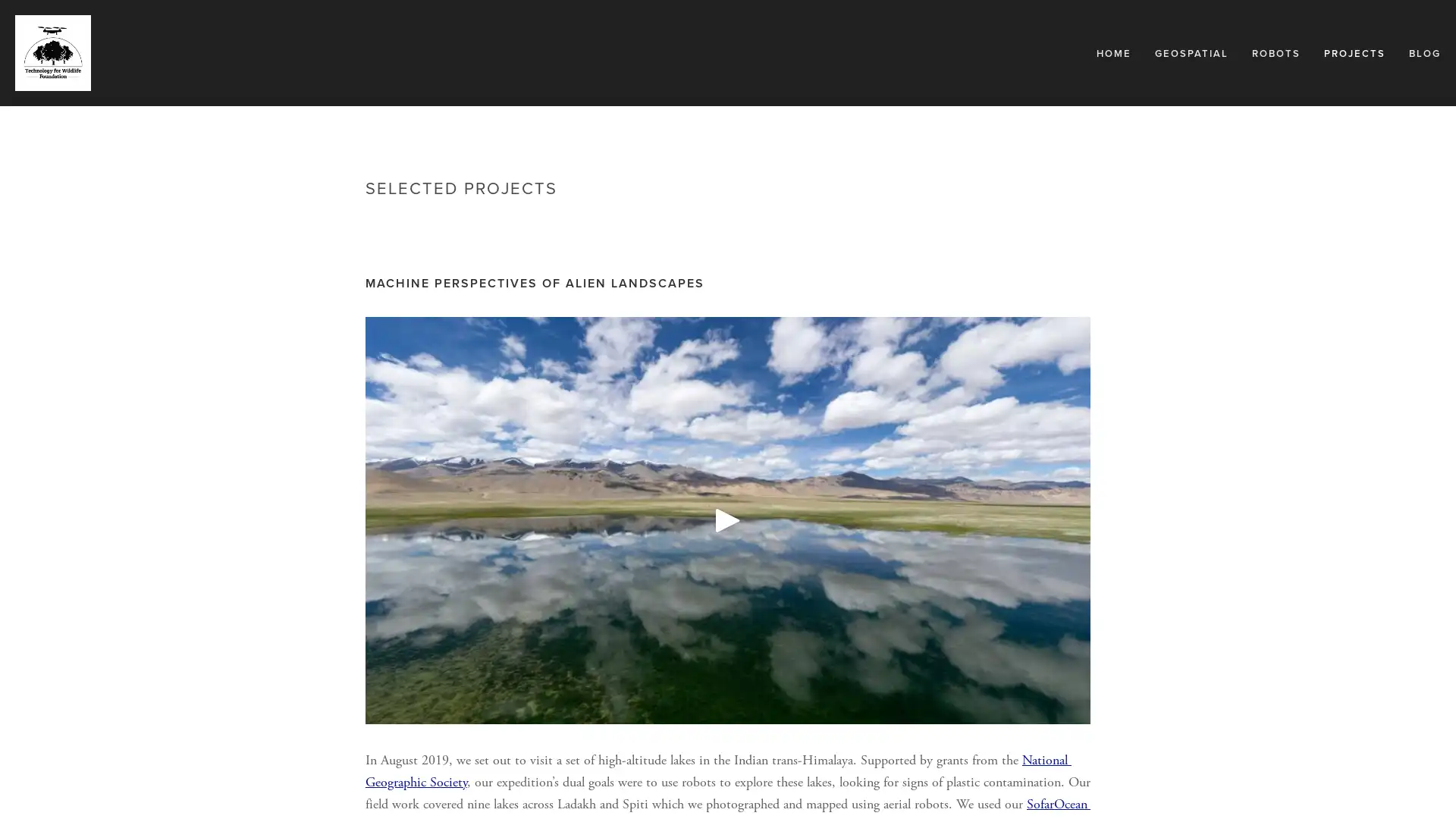  I want to click on Play, so click(728, 519).